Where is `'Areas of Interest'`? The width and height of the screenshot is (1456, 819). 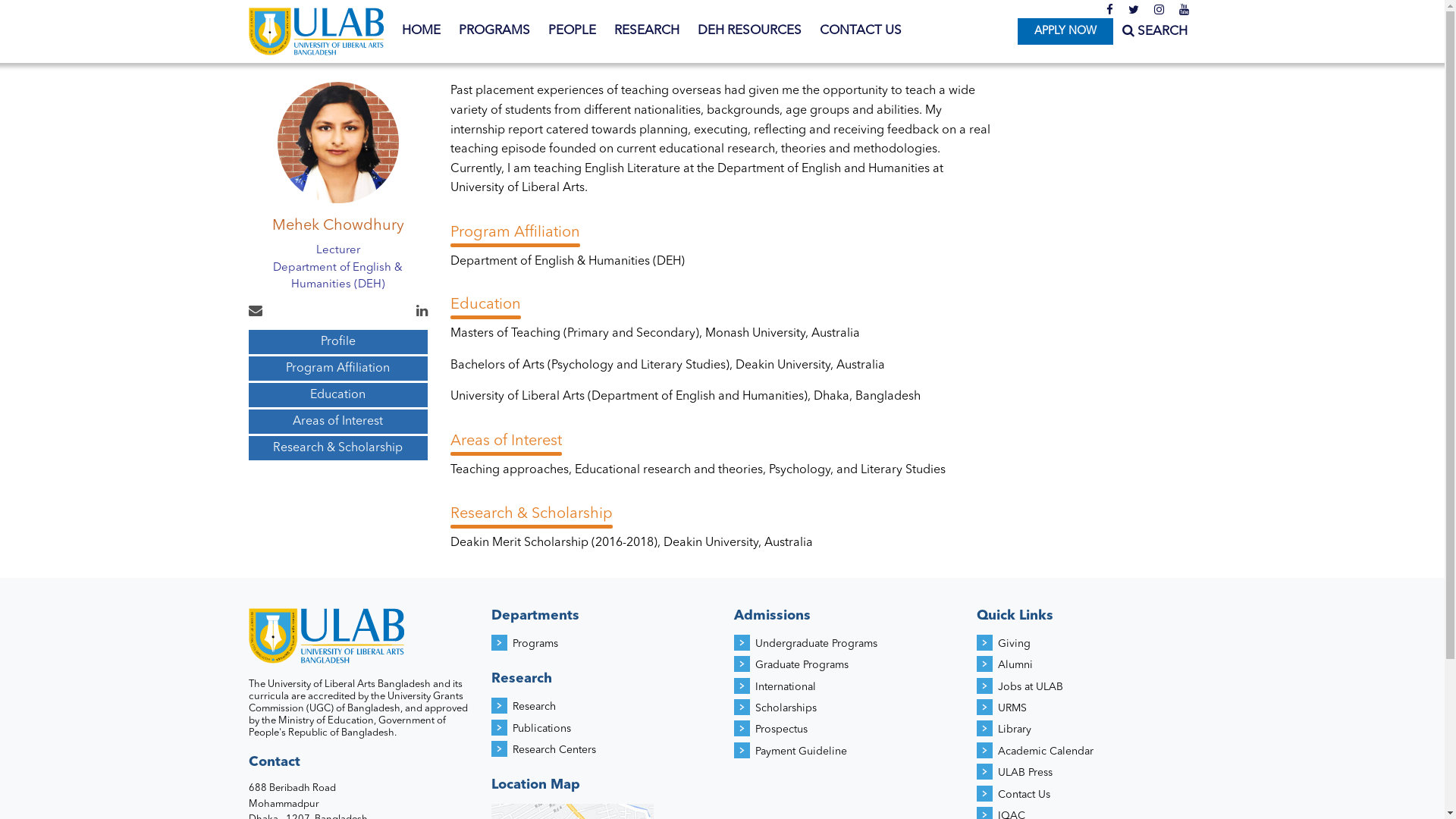
'Areas of Interest' is located at coordinates (337, 421).